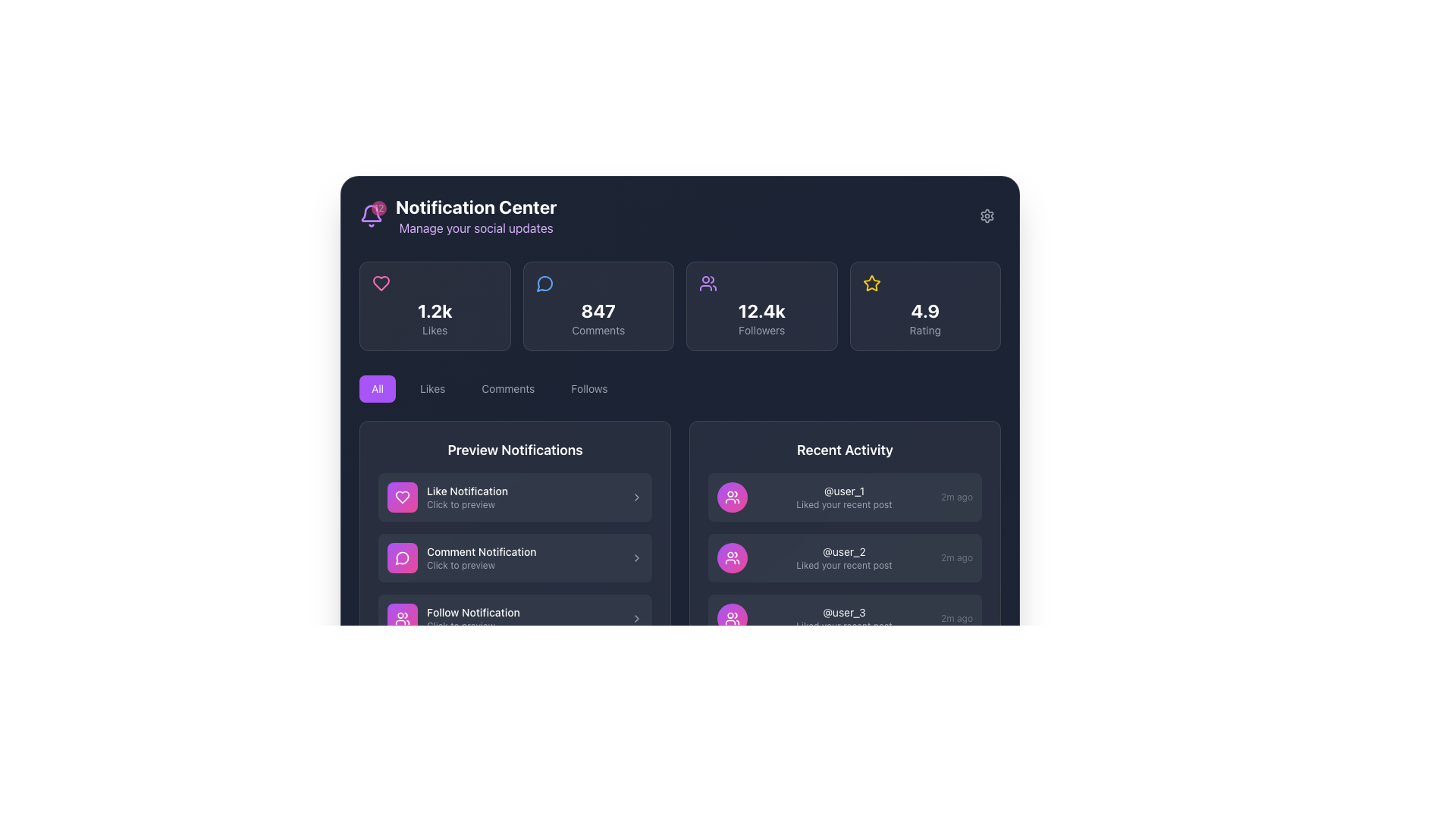 The width and height of the screenshot is (1456, 819). What do you see at coordinates (524, 619) in the screenshot?
I see `the Text block within the 'Preview Notifications' list item, which is the third item and provides a notification preview option` at bounding box center [524, 619].